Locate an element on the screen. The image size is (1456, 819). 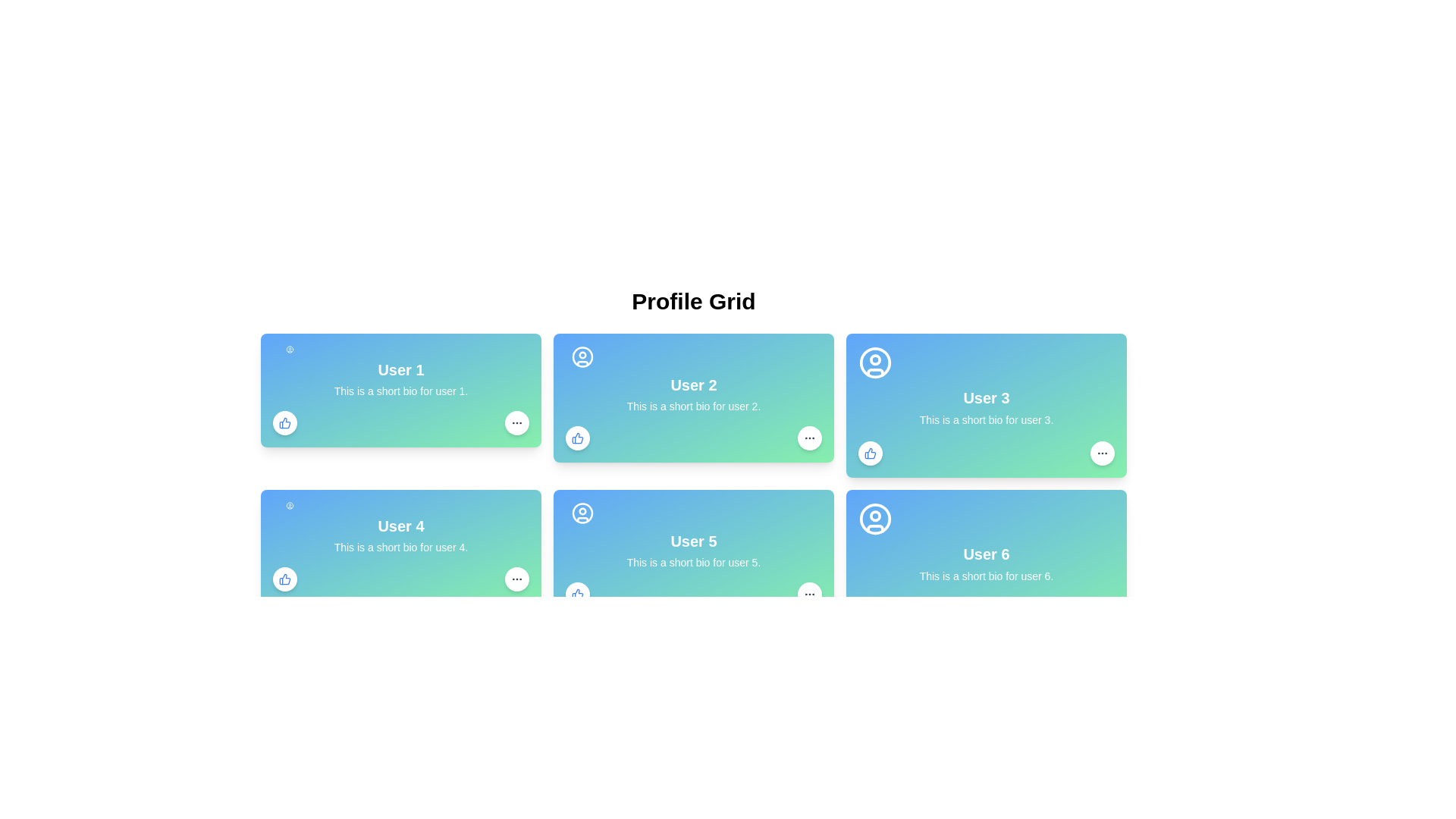
the circular button with a blue thumbs-up icon located at the bottom-left corner of the 'User 5' card to like the profile is located at coordinates (577, 593).